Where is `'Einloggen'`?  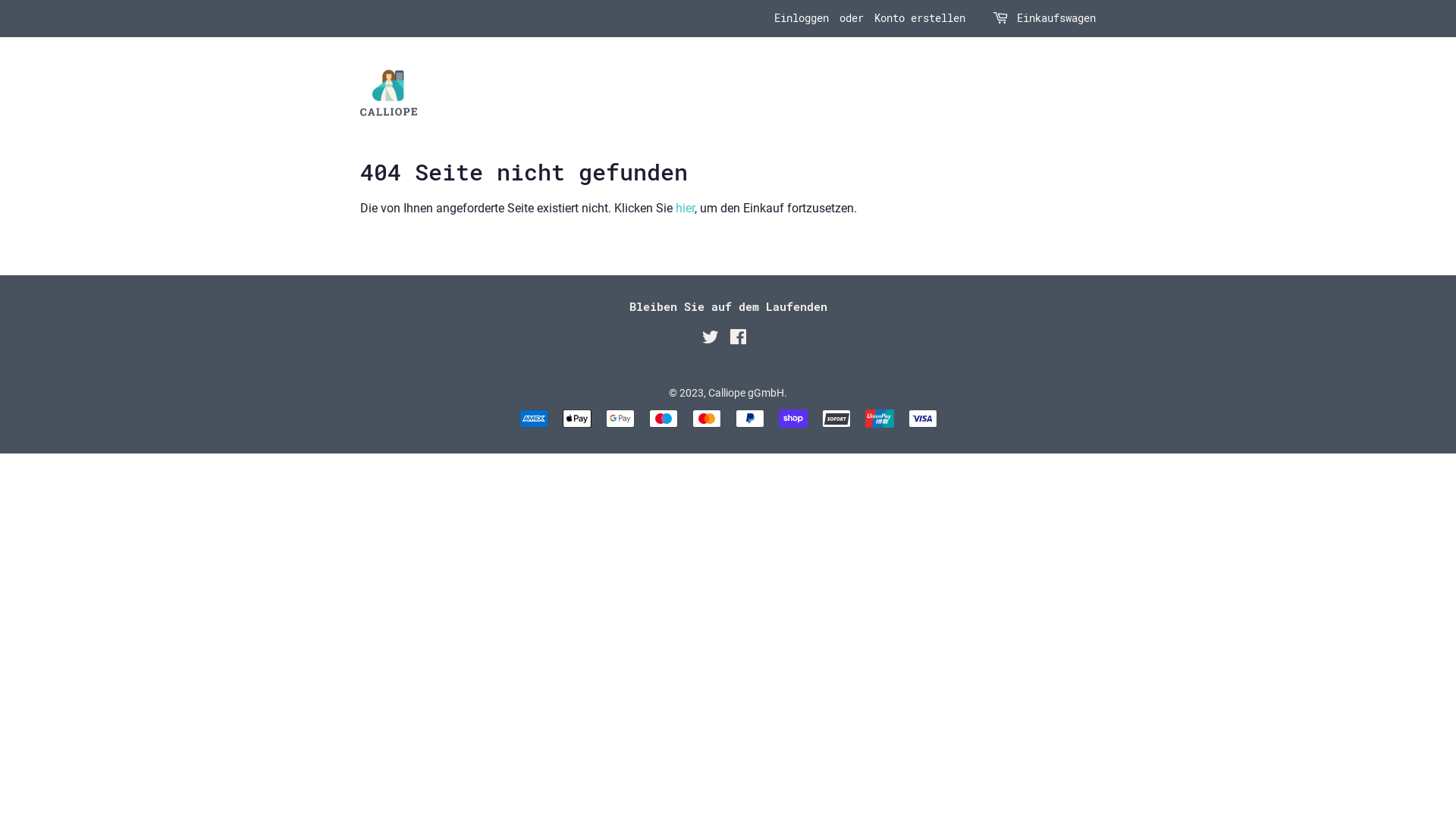
'Einloggen' is located at coordinates (800, 17).